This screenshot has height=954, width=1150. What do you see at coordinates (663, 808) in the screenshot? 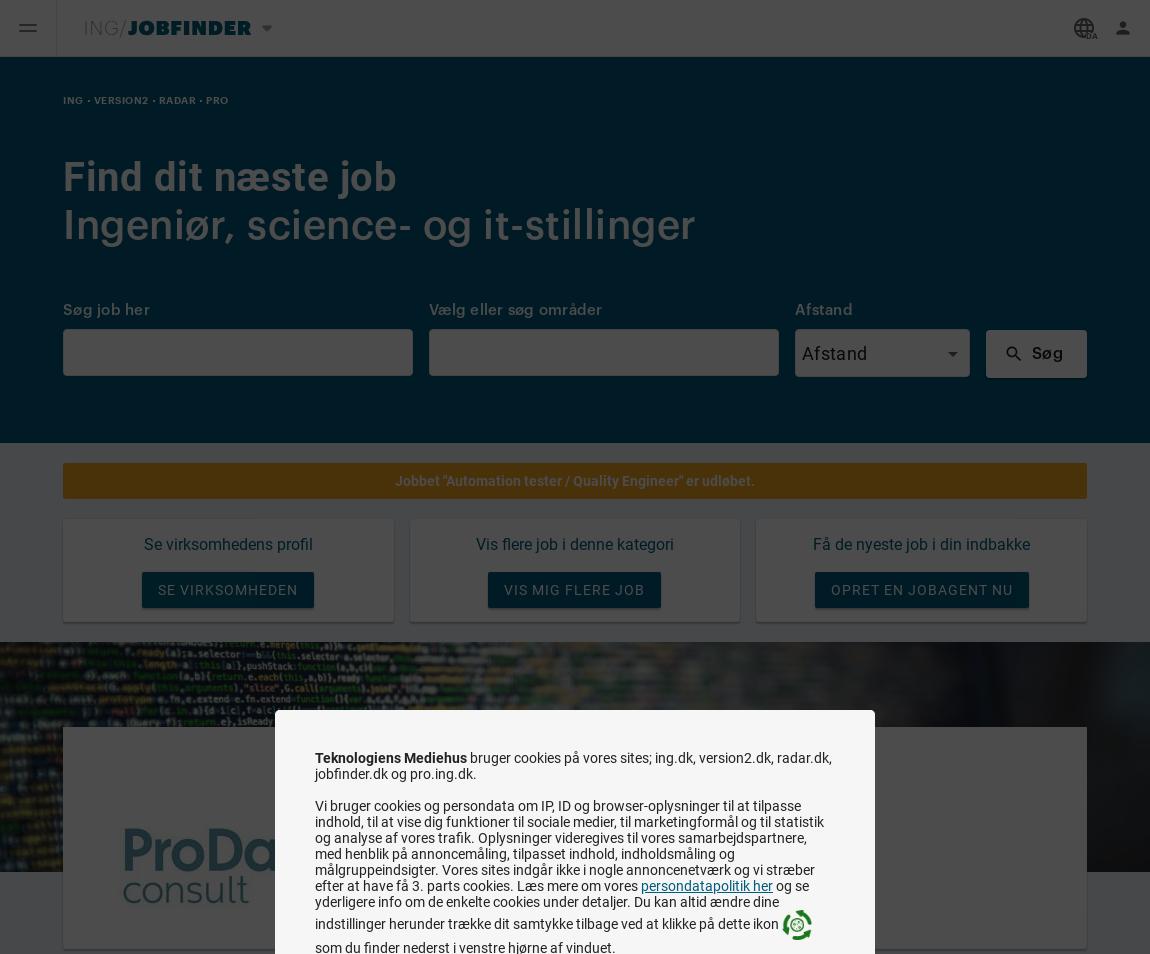
I see `'As quality engineer consultant you will play a central role...'` at bounding box center [663, 808].